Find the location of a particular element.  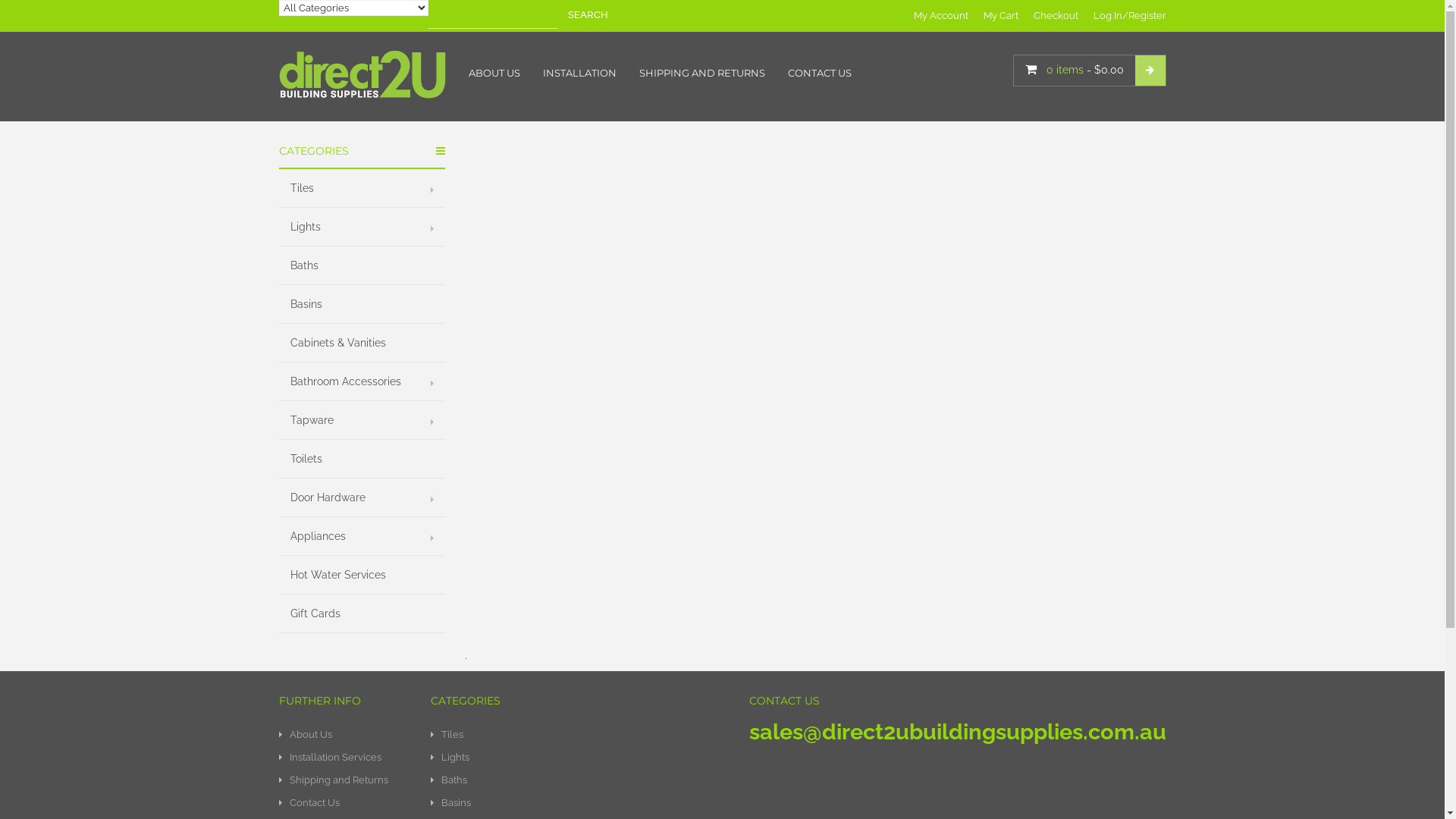

'Tiles' is located at coordinates (279, 187).